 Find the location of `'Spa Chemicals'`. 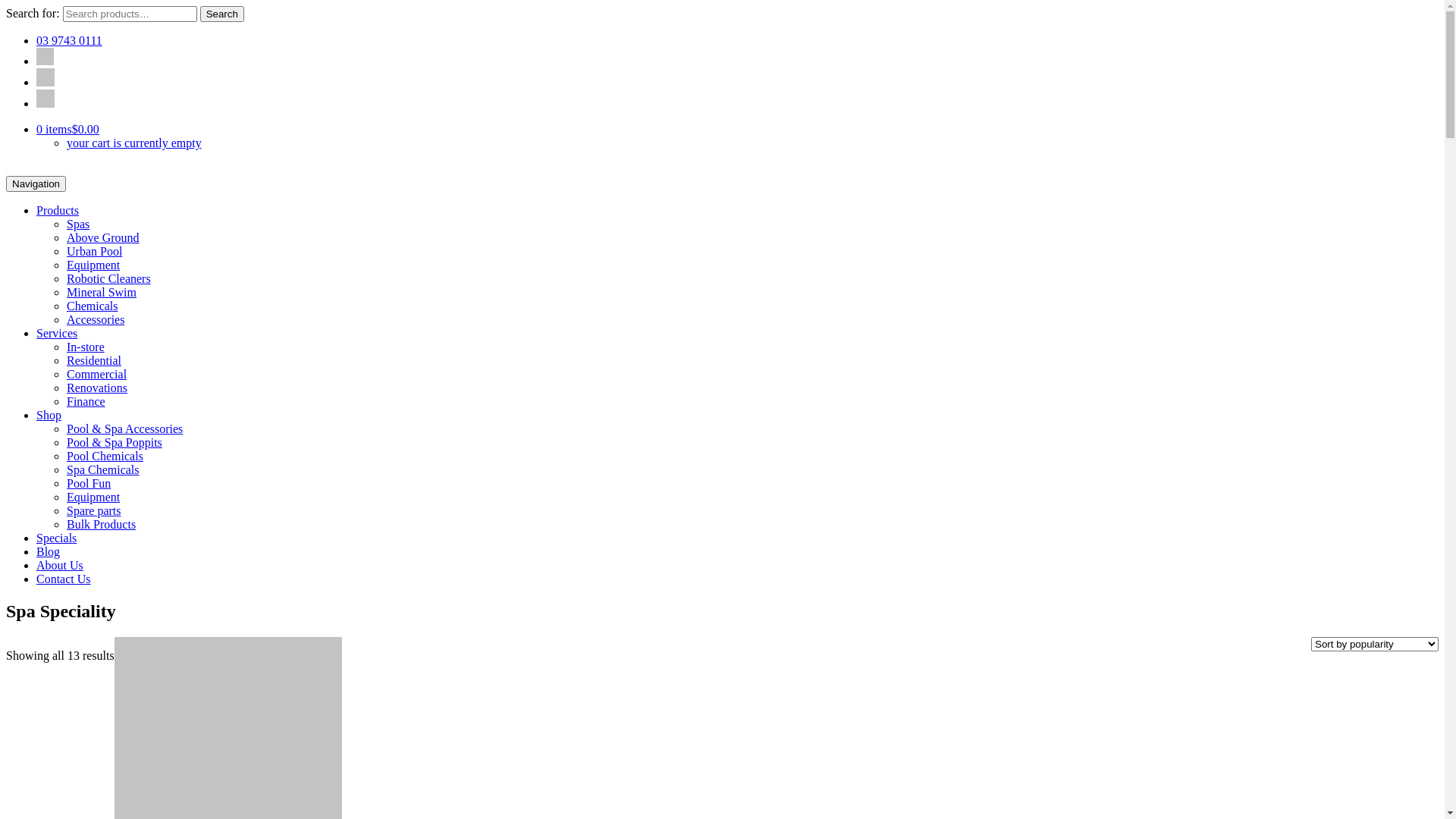

'Spa Chemicals' is located at coordinates (102, 469).